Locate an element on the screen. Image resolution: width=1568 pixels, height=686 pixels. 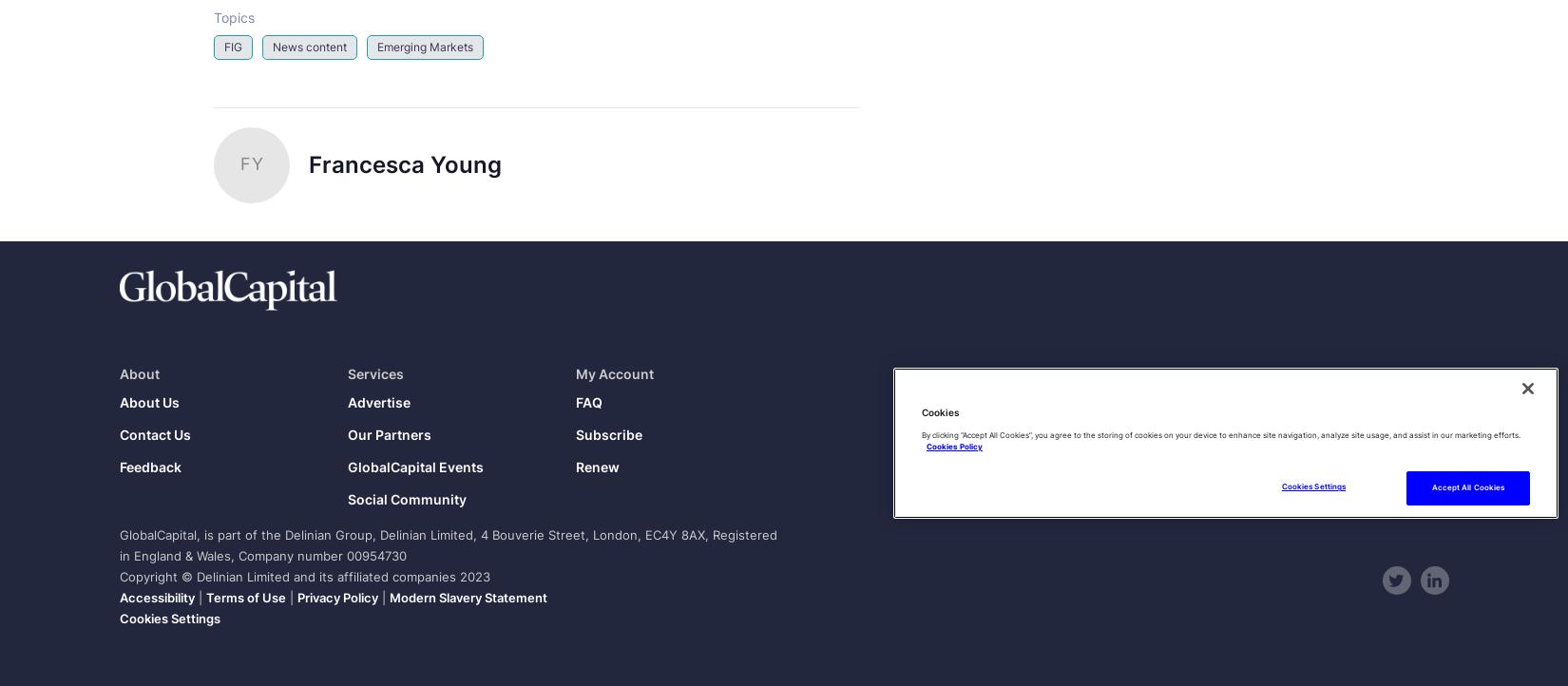
'Cookies Settings' is located at coordinates (169, 619).